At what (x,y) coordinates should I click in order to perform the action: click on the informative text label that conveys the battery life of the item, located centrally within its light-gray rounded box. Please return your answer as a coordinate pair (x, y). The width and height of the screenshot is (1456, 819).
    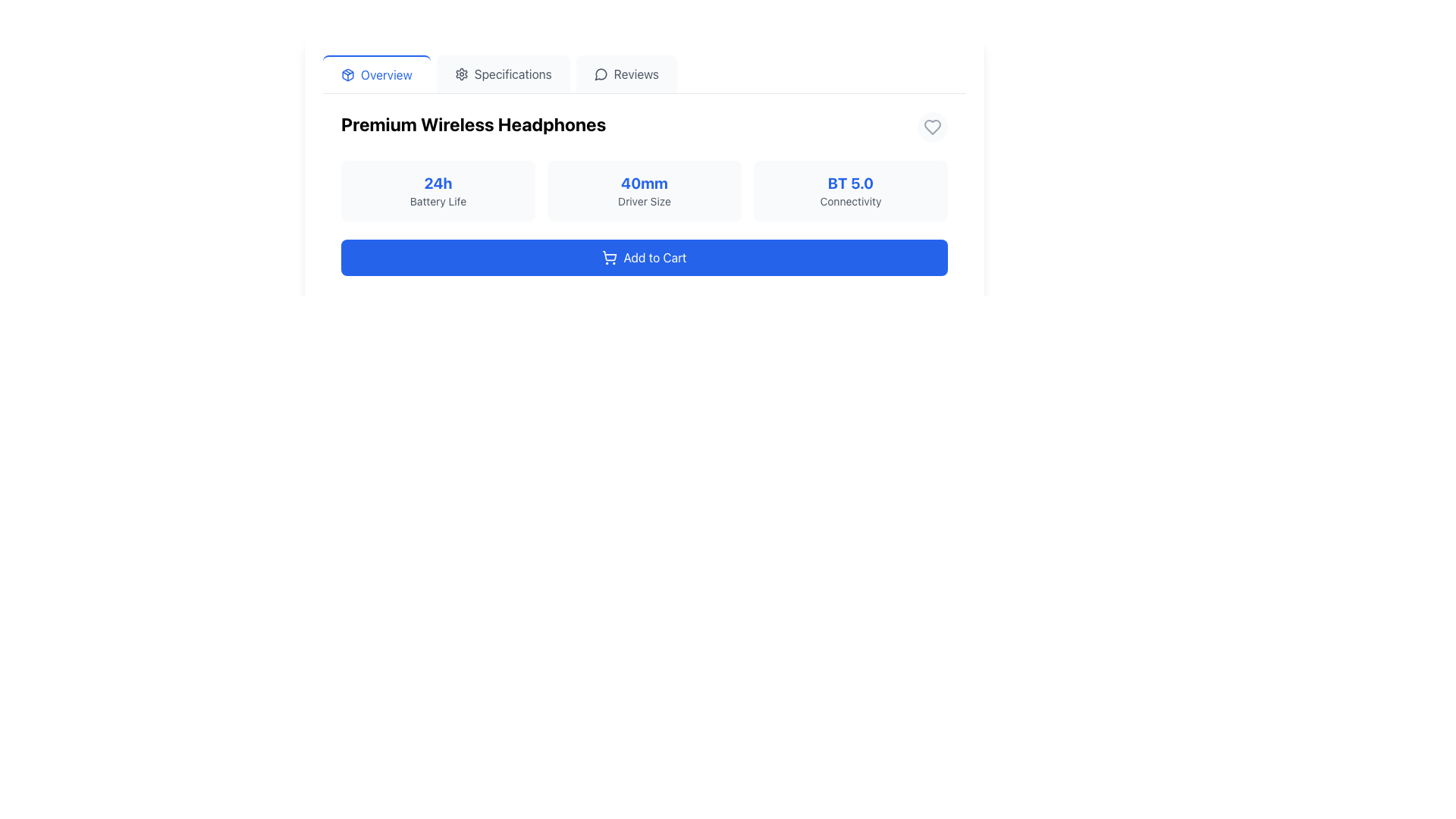
    Looking at the image, I should click on (437, 183).